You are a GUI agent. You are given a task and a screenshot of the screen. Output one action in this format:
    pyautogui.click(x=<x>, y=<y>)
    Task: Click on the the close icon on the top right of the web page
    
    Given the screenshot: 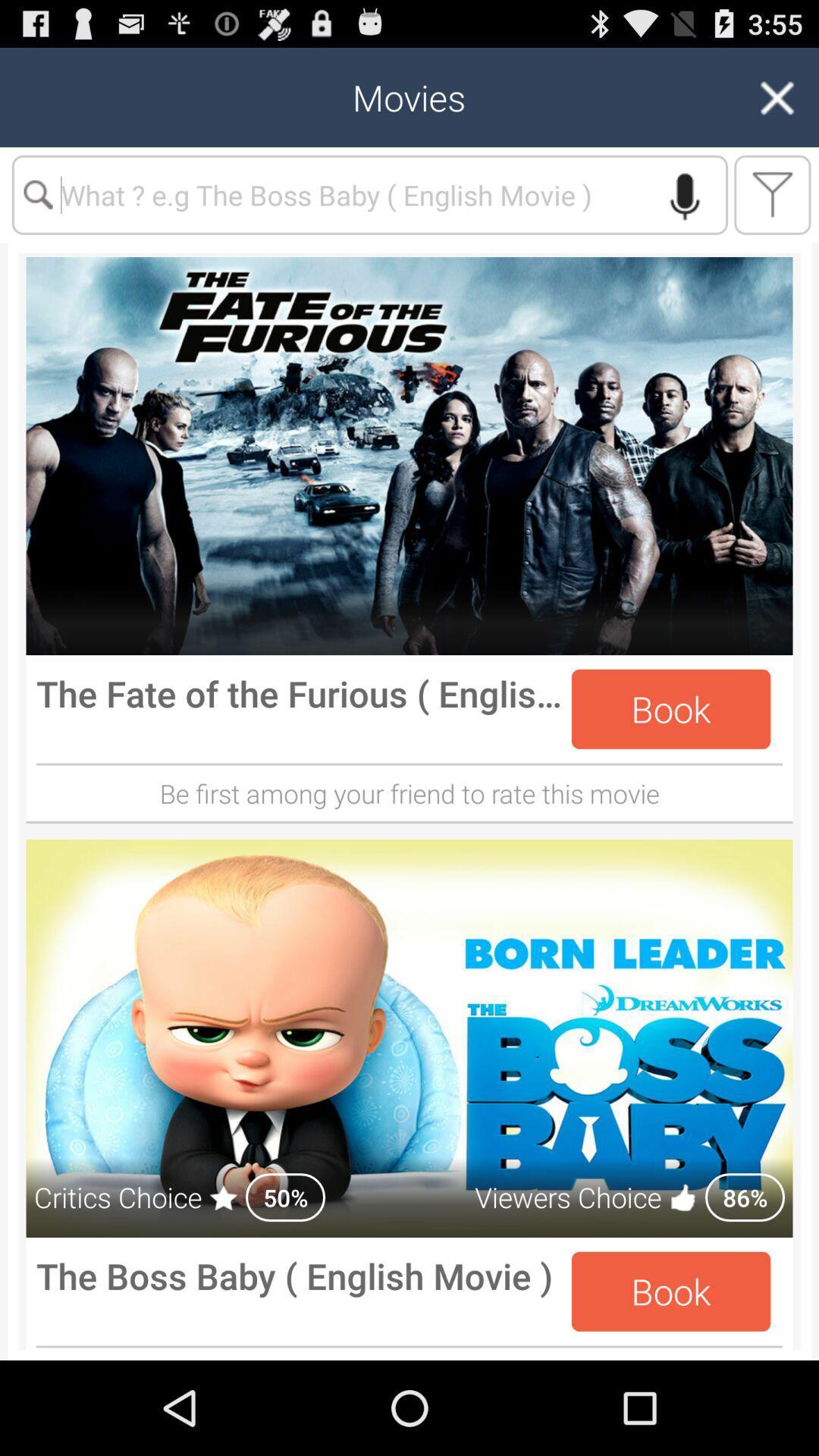 What is the action you would take?
    pyautogui.click(x=776, y=97)
    